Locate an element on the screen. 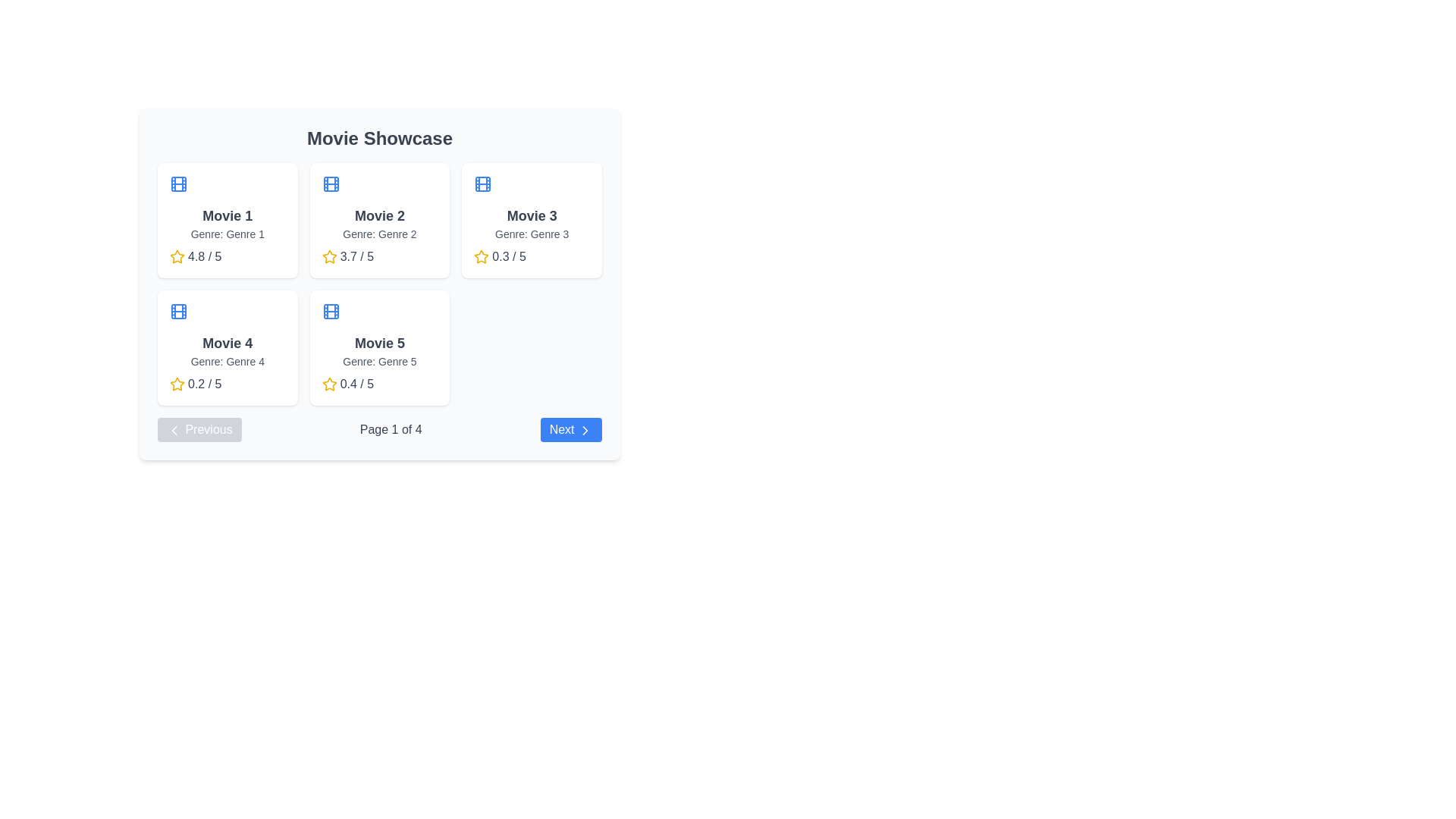 Image resolution: width=1456 pixels, height=819 pixels. the yellow star-shaped SVG icon used for rating, located under the 'Movie 3' card in the UI grid is located at coordinates (481, 256).